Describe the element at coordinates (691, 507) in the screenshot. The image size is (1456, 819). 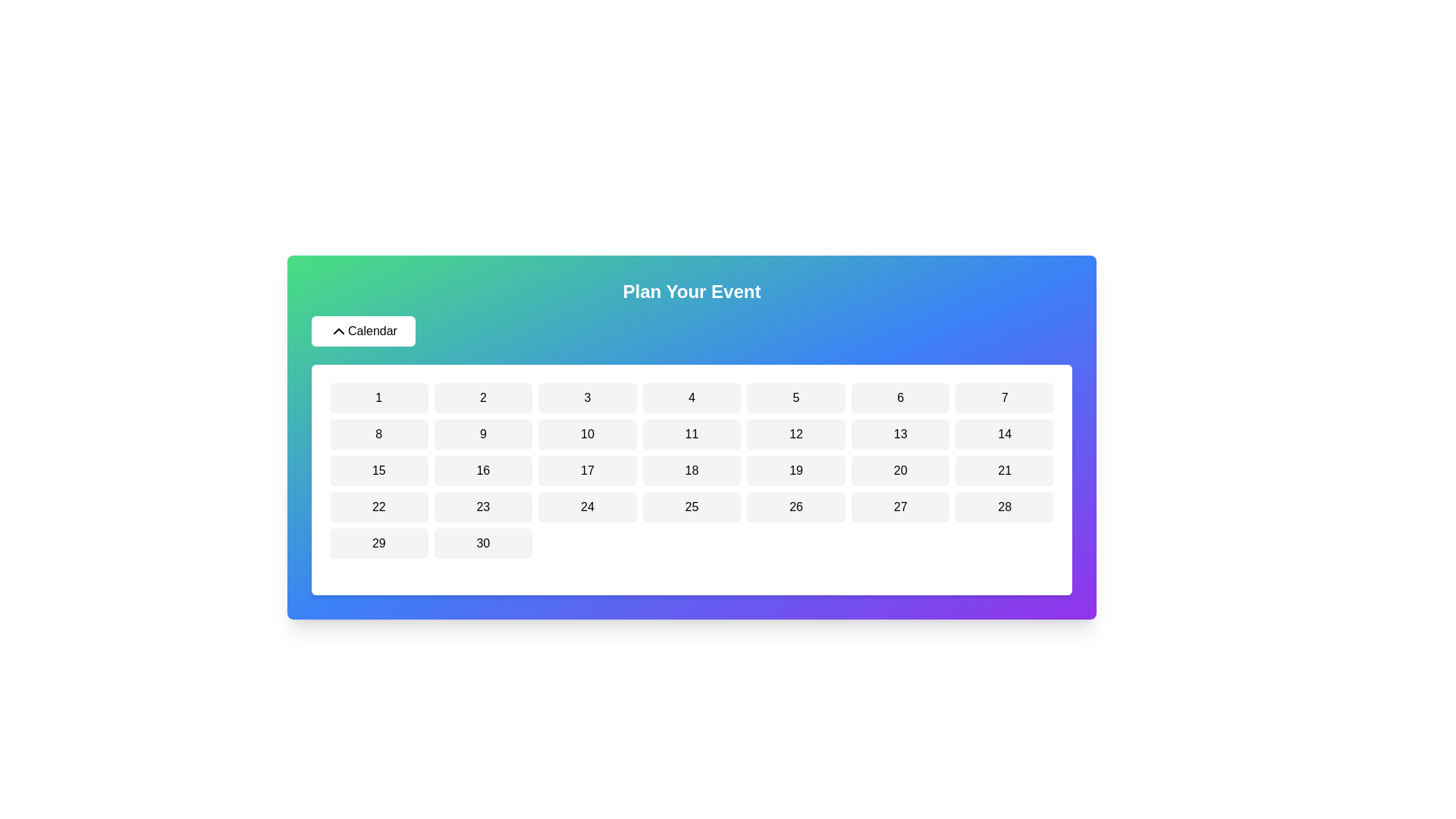
I see `the selectable date button for '25' located in the fifth row and fourth column of the calendar under 'Plan Your Event'` at that location.